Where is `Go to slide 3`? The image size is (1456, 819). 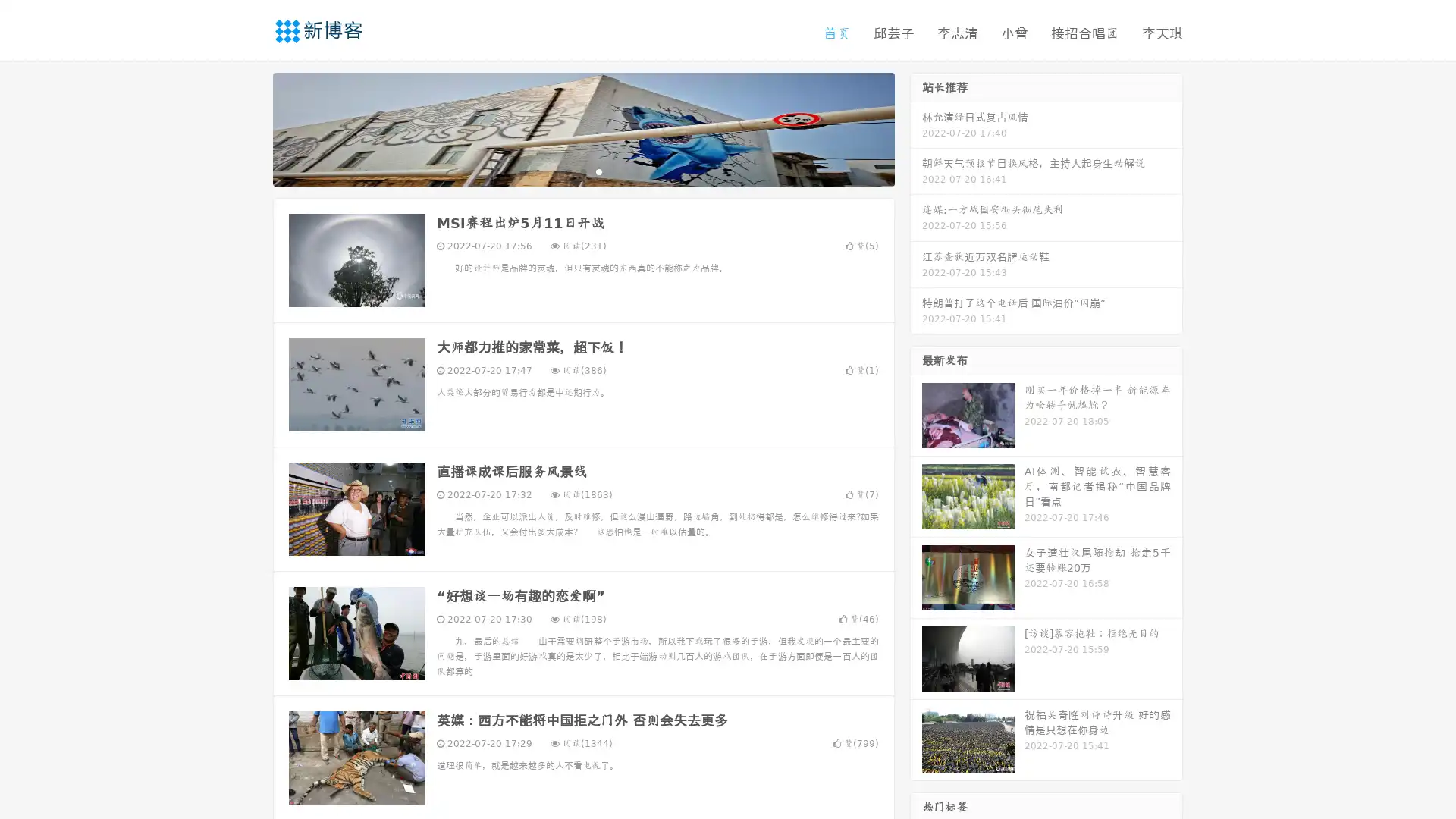
Go to slide 3 is located at coordinates (598, 171).